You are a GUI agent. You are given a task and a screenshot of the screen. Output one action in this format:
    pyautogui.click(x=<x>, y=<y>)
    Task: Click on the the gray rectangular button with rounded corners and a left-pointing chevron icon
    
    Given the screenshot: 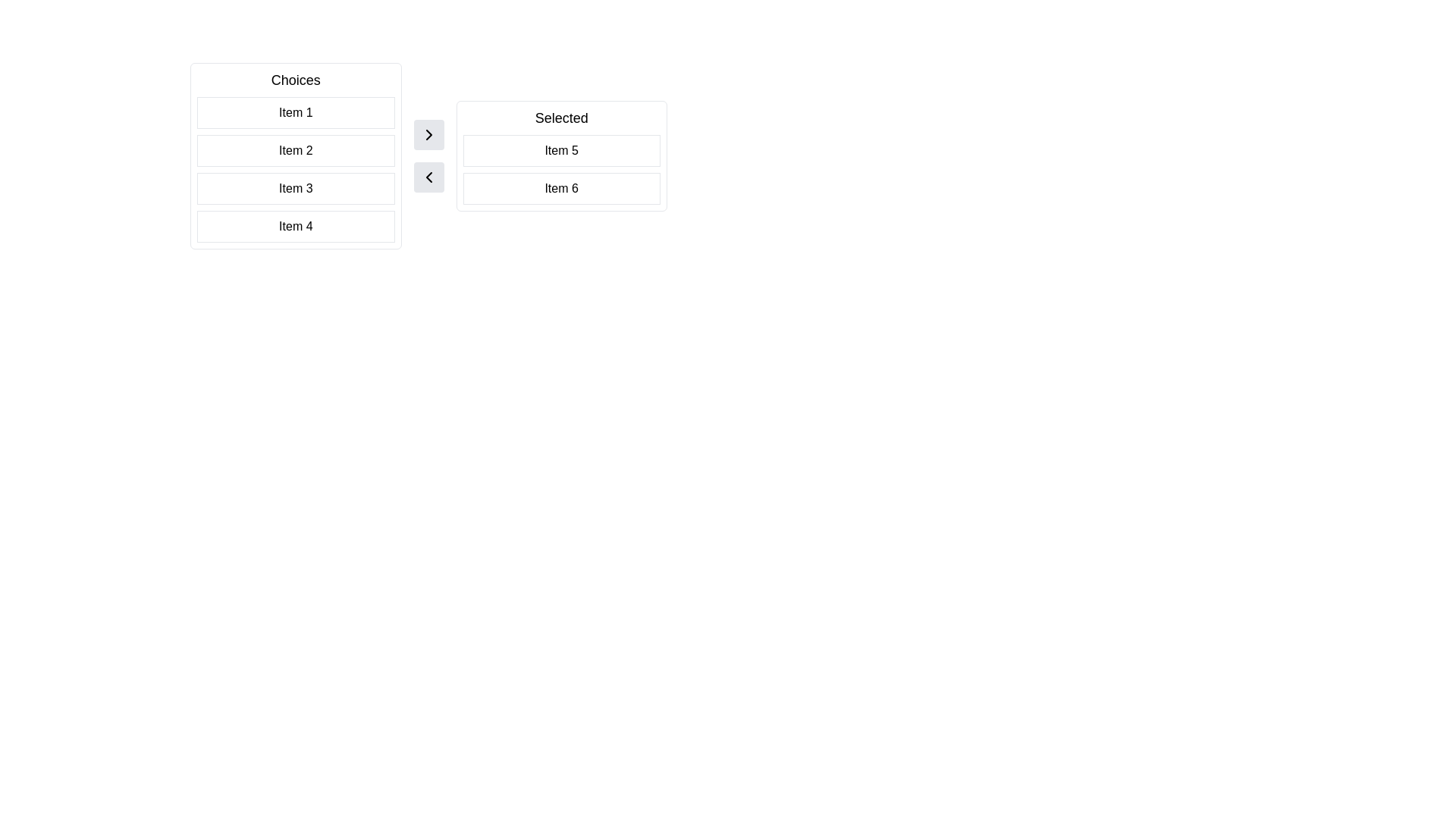 What is the action you would take?
    pyautogui.click(x=428, y=177)
    